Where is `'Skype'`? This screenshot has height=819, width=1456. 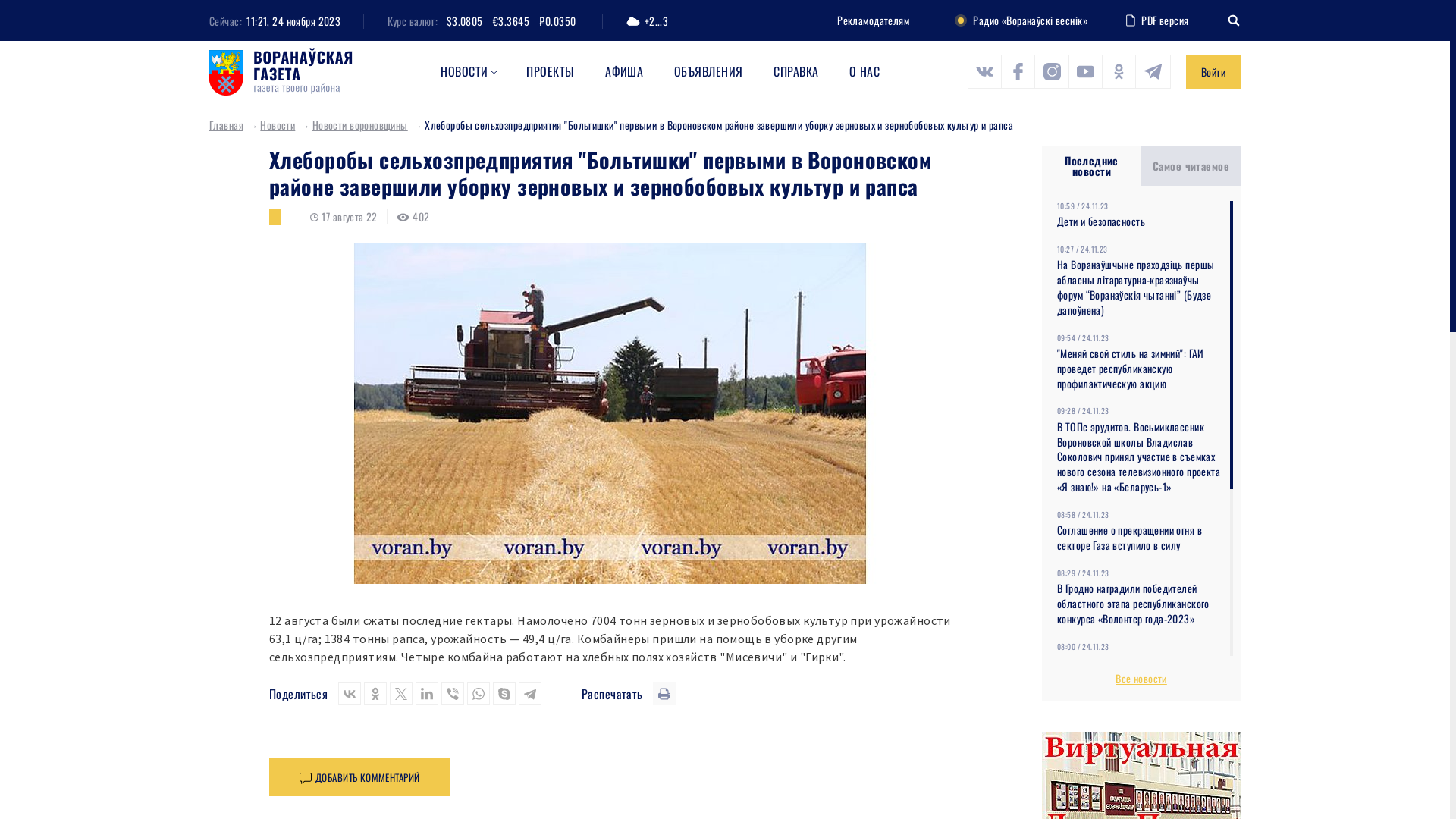 'Skype' is located at coordinates (504, 693).